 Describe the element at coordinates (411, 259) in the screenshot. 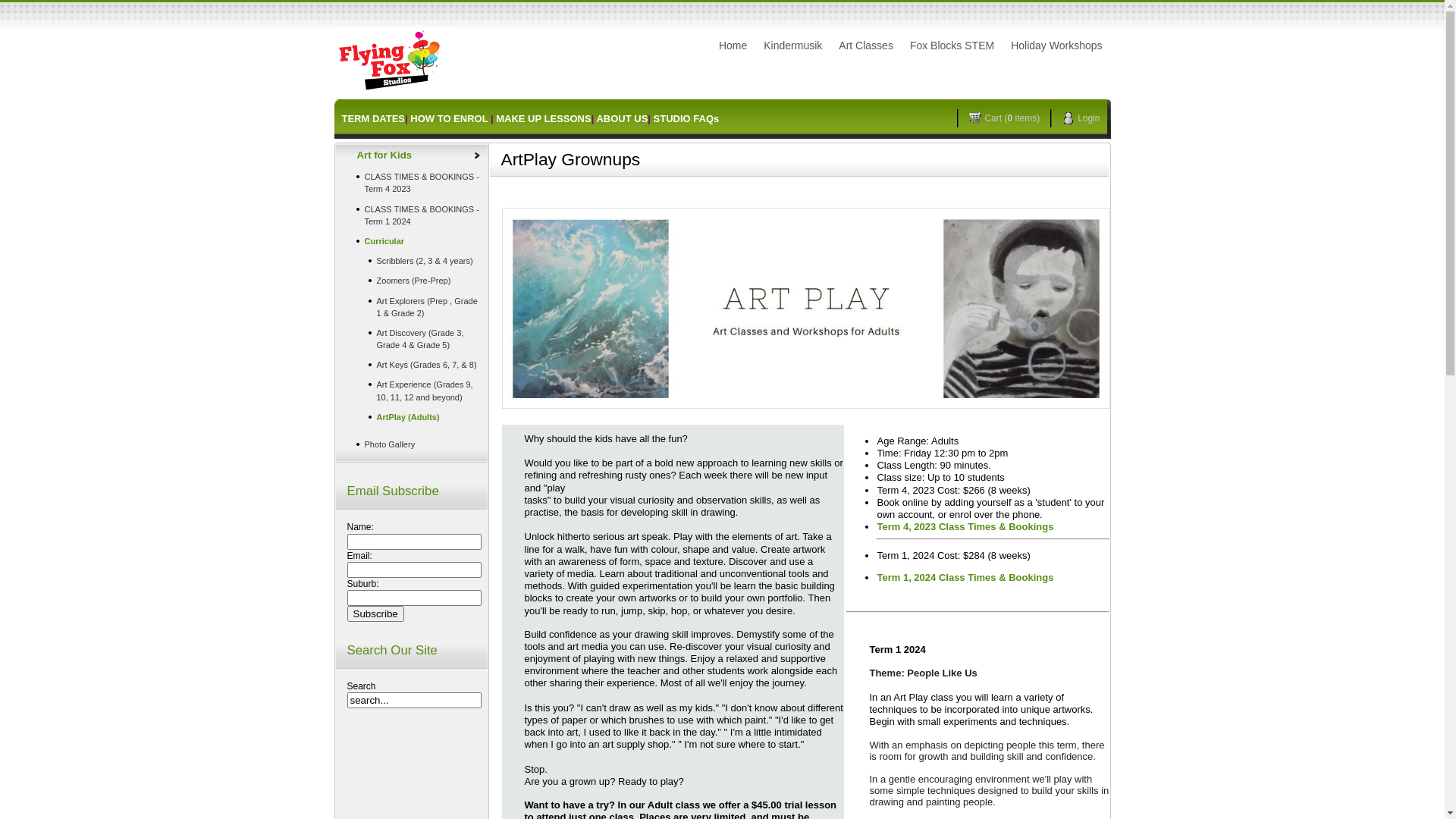

I see `'Scribblers (2, 3 & 4 years)'` at that location.